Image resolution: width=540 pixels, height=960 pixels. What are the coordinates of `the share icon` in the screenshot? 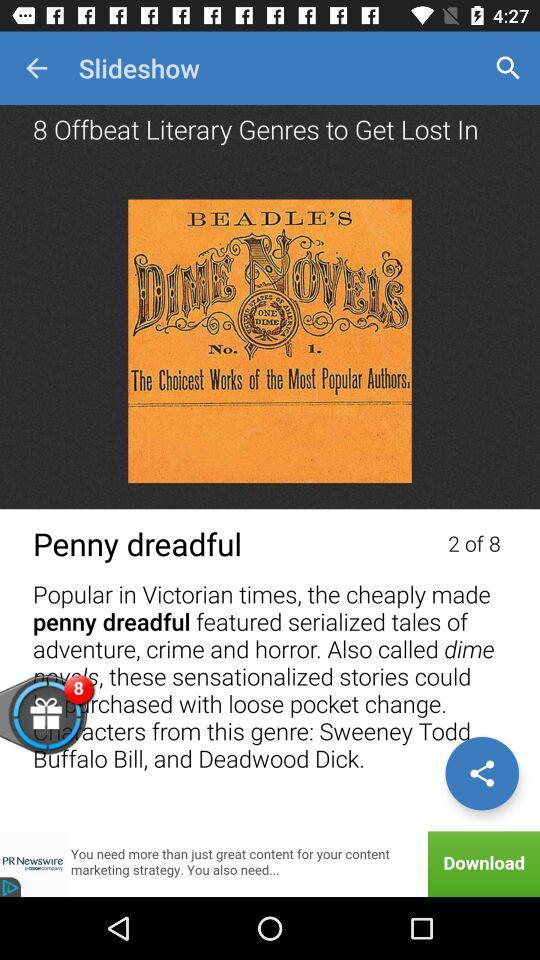 It's located at (481, 772).